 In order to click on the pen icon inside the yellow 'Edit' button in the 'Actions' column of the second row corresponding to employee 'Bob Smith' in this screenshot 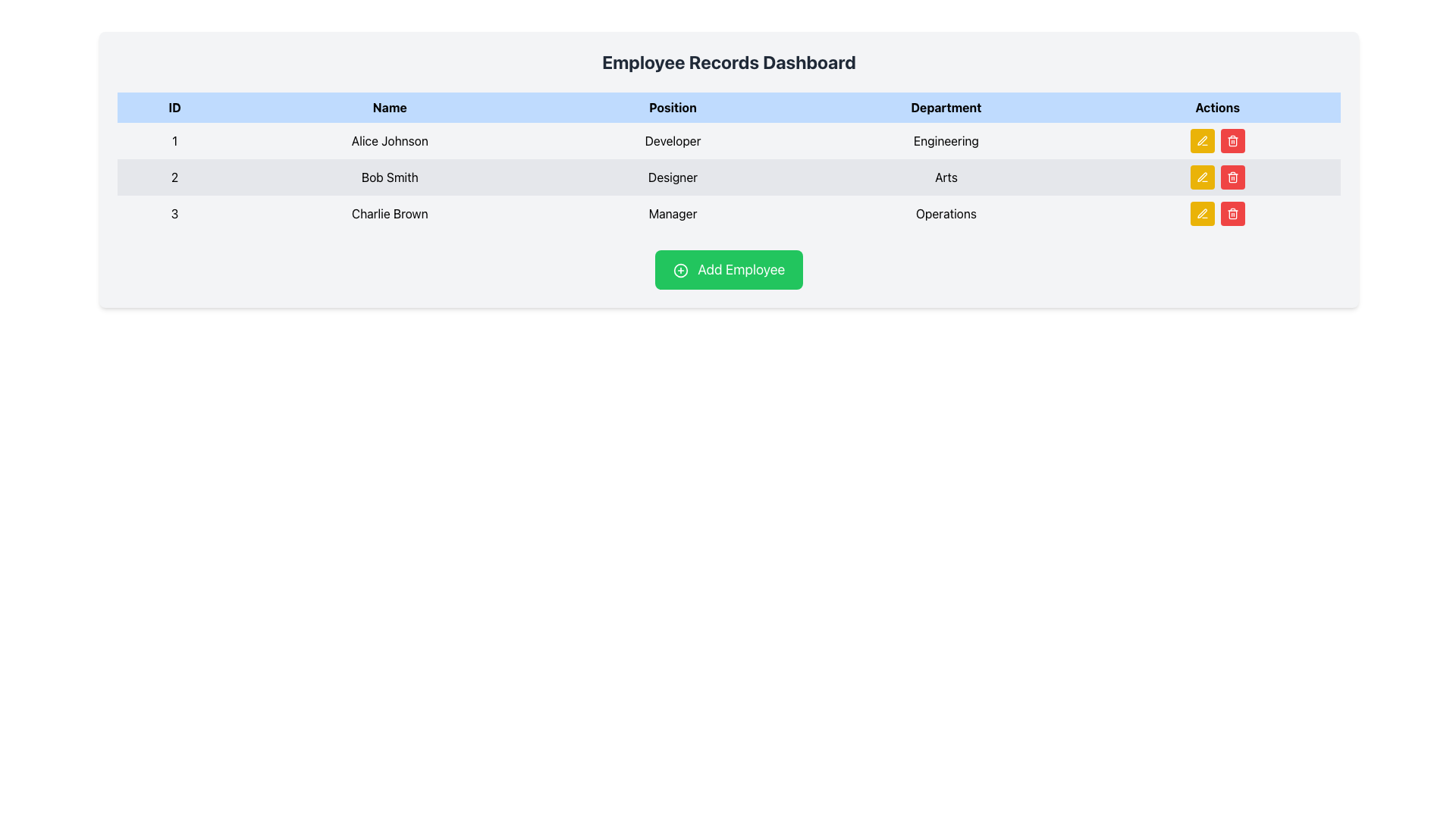, I will do `click(1201, 213)`.